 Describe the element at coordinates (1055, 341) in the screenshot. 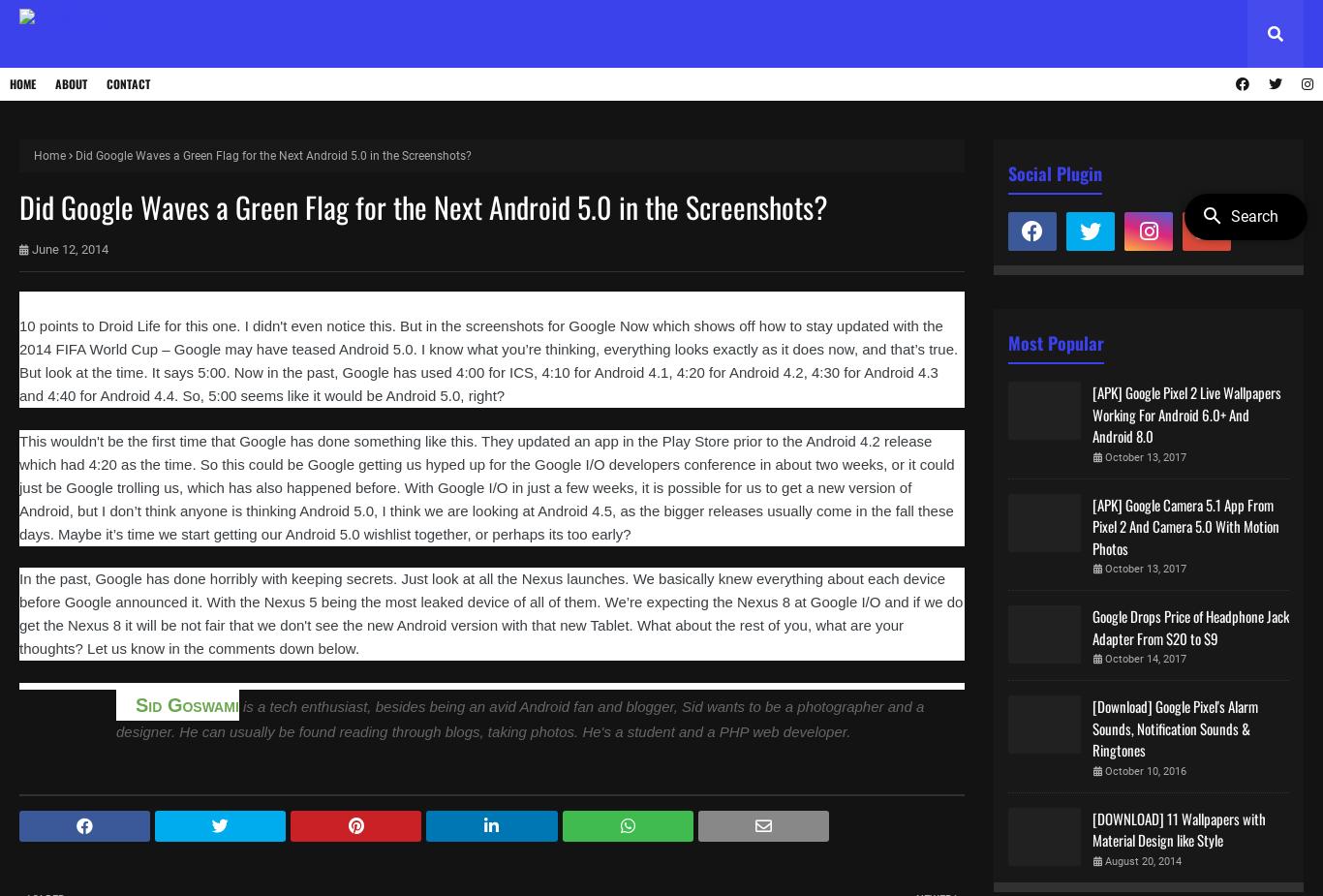

I see `'Most Popular'` at that location.